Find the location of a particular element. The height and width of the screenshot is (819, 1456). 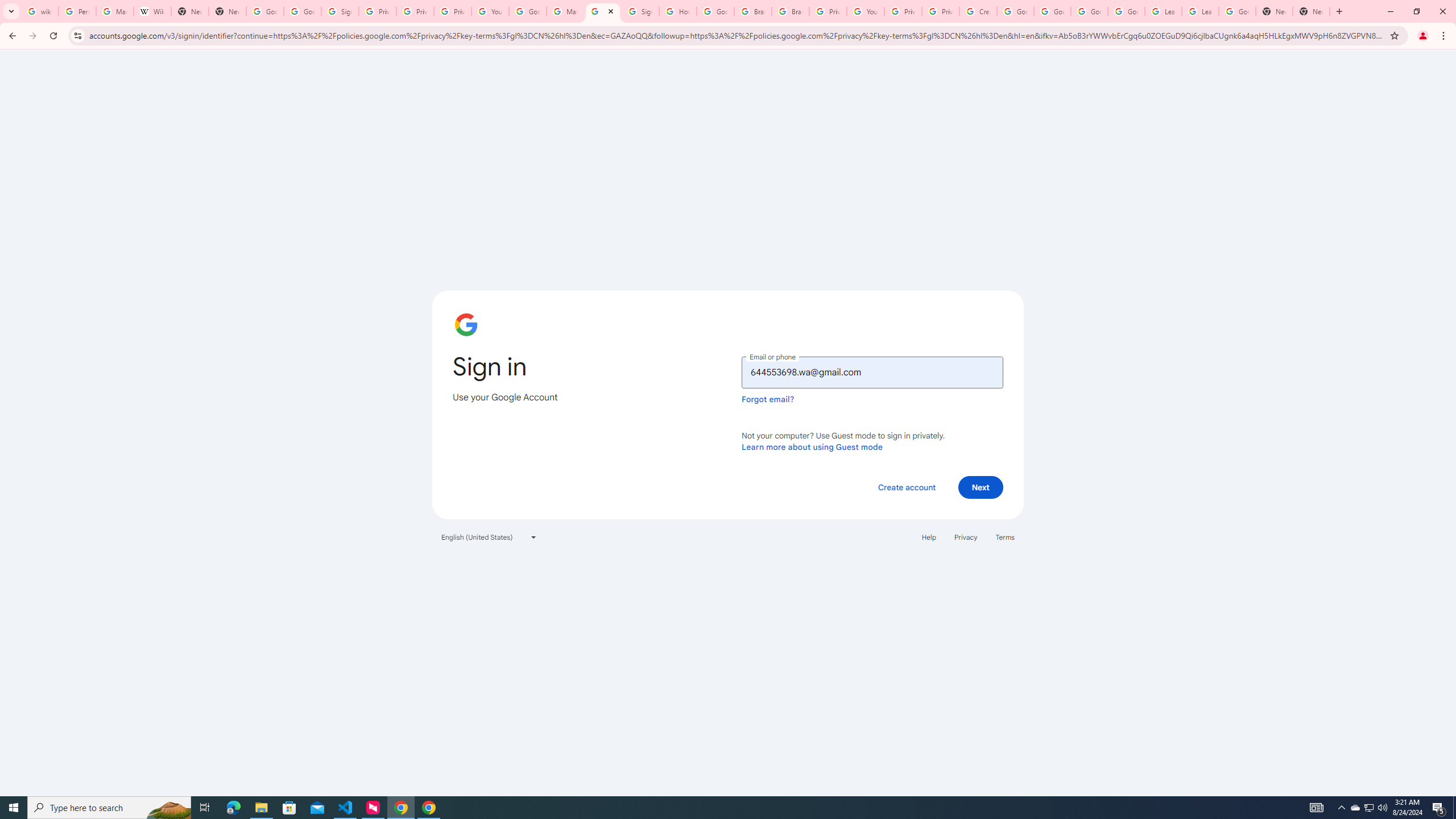

'Create account' is located at coordinates (906, 486).